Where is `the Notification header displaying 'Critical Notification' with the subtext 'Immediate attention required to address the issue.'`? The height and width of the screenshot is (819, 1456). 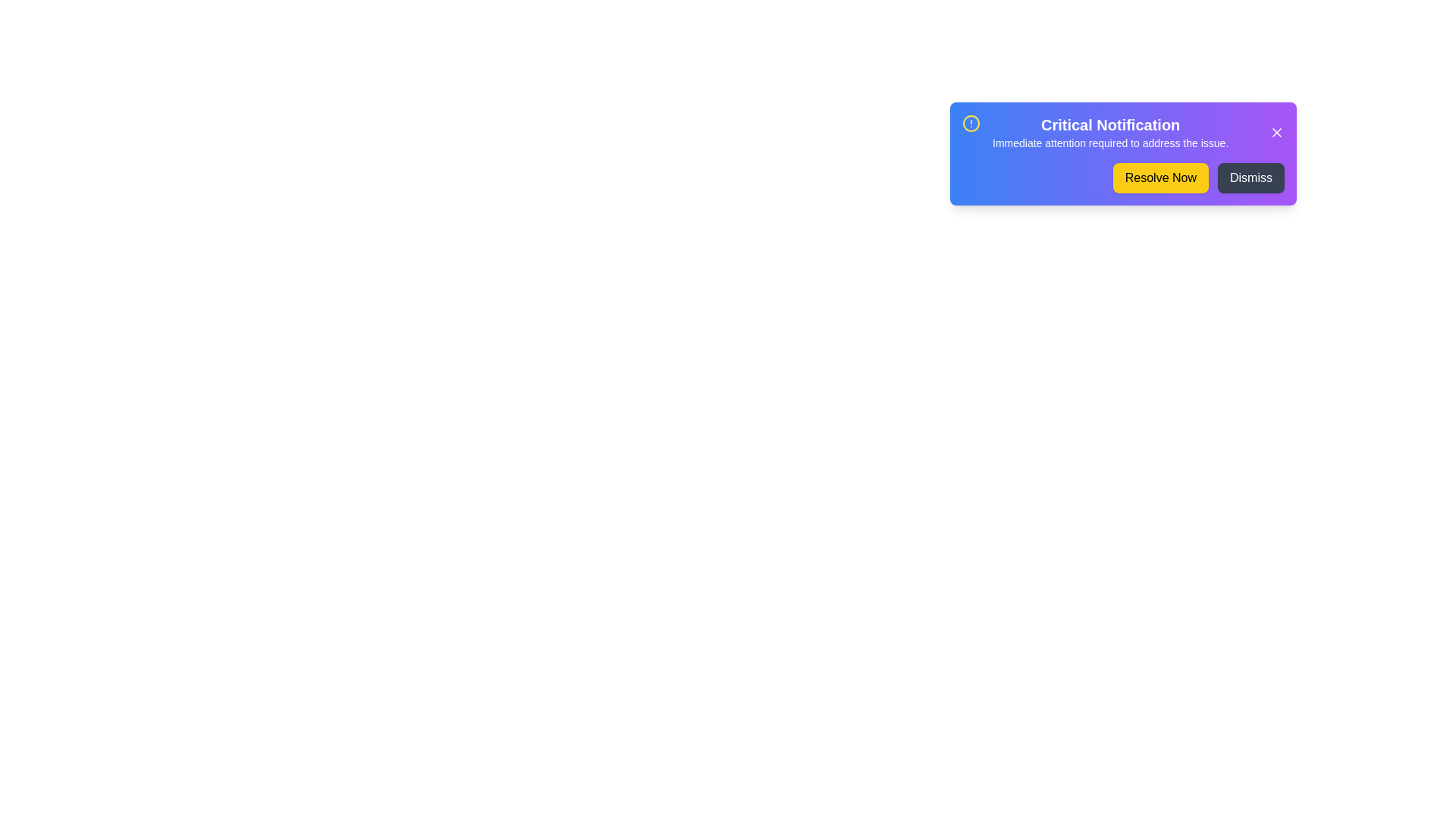 the Notification header displaying 'Critical Notification' with the subtext 'Immediate attention required to address the issue.' is located at coordinates (1123, 131).